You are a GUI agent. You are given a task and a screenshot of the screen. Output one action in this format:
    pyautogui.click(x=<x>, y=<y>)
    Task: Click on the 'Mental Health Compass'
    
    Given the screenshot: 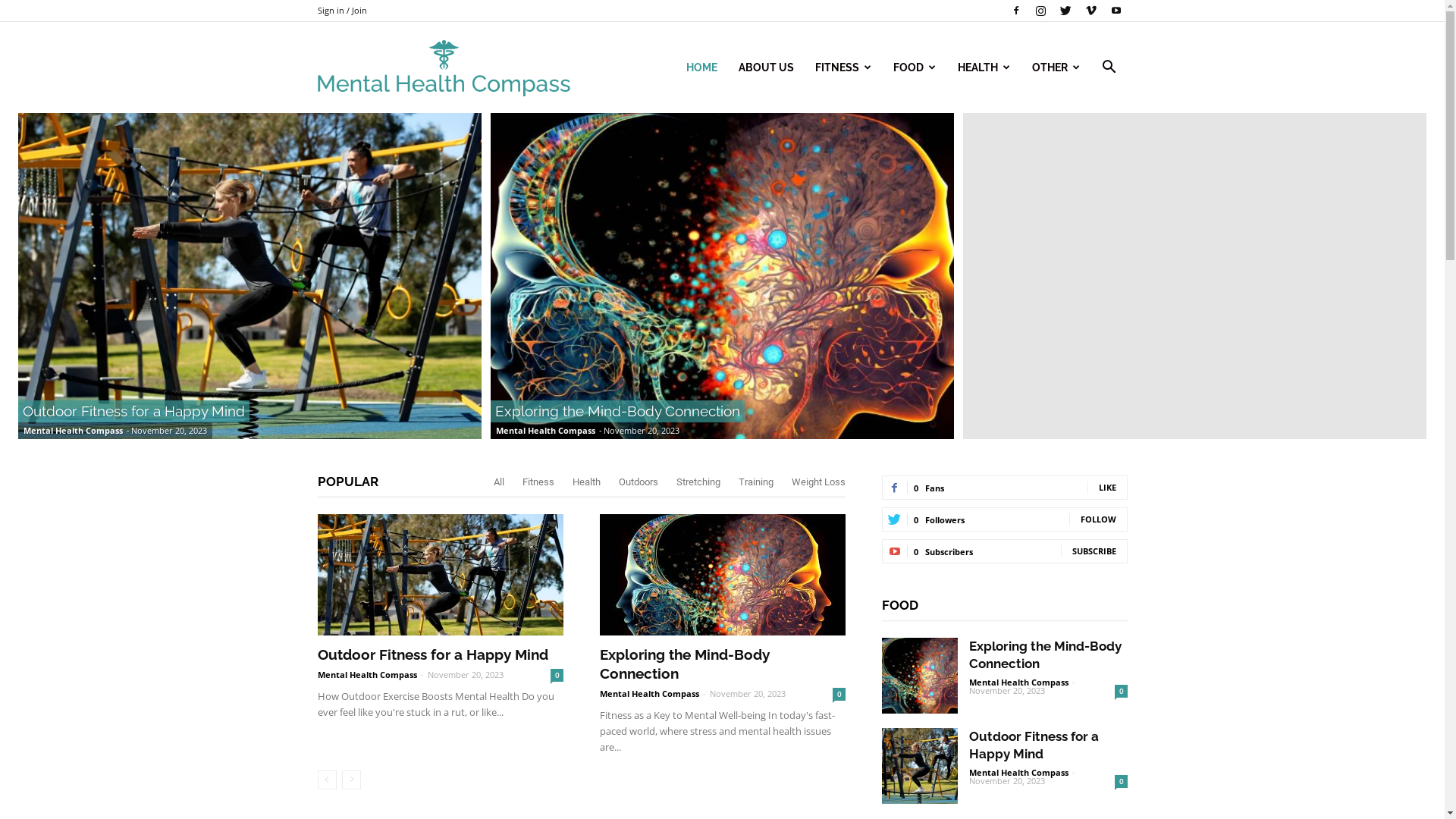 What is the action you would take?
    pyautogui.click(x=545, y=430)
    